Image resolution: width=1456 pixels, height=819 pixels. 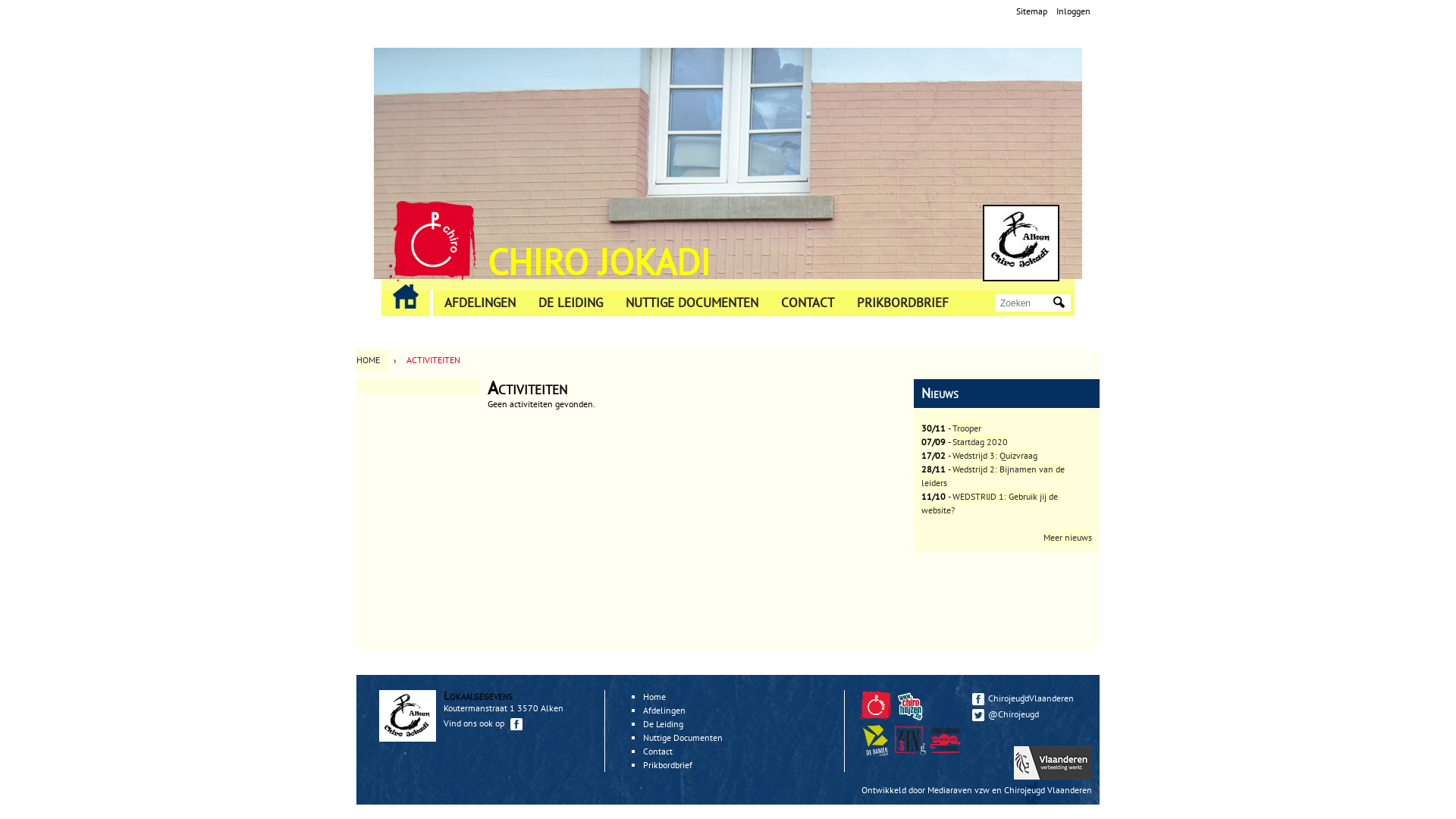 I want to click on 'Afdelingen', so click(x=664, y=710).